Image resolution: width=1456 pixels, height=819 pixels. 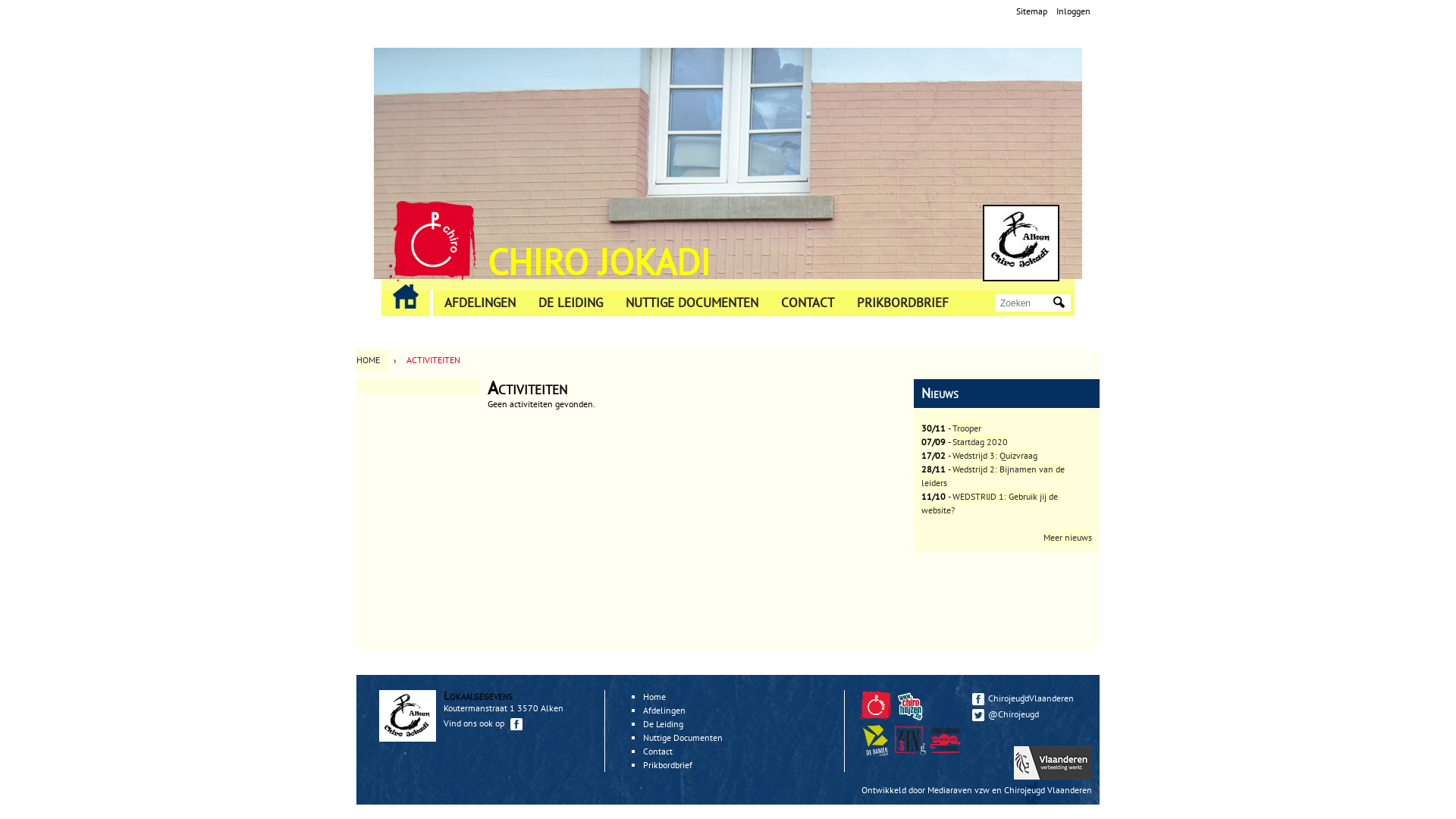 I want to click on 'Afdelingen', so click(x=664, y=710).